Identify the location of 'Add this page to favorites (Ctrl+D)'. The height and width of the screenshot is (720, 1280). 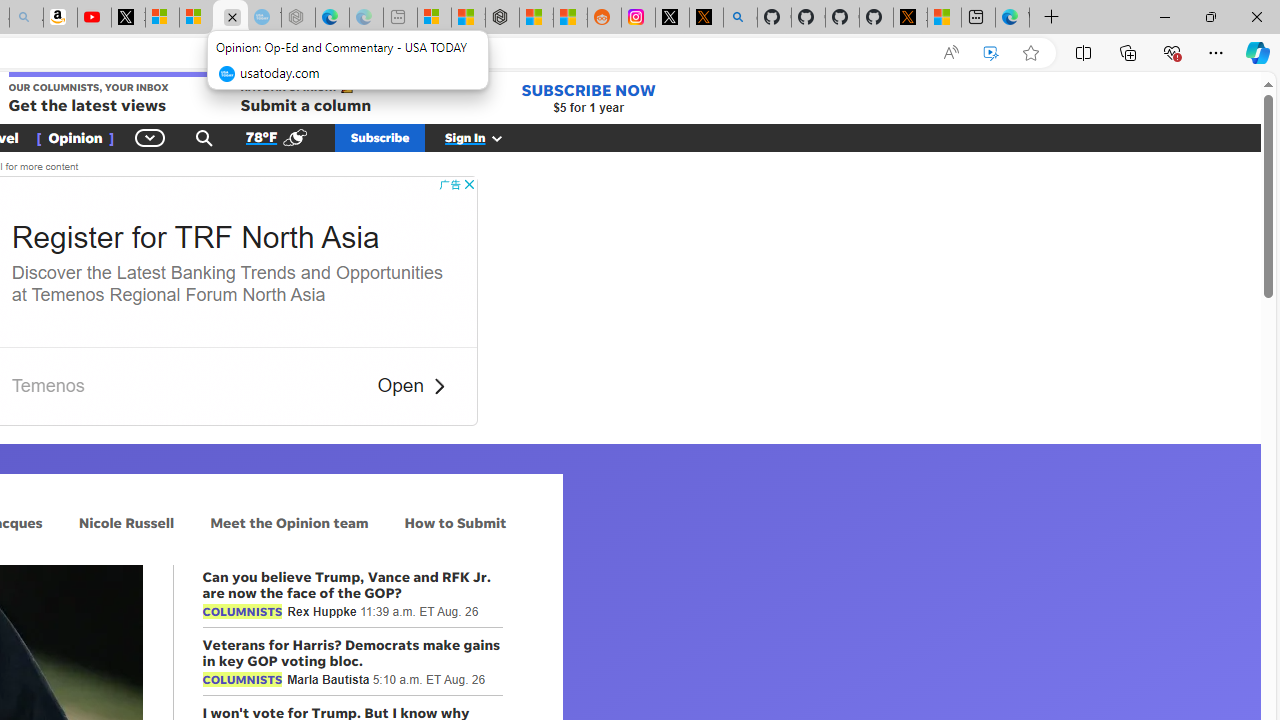
(1031, 52).